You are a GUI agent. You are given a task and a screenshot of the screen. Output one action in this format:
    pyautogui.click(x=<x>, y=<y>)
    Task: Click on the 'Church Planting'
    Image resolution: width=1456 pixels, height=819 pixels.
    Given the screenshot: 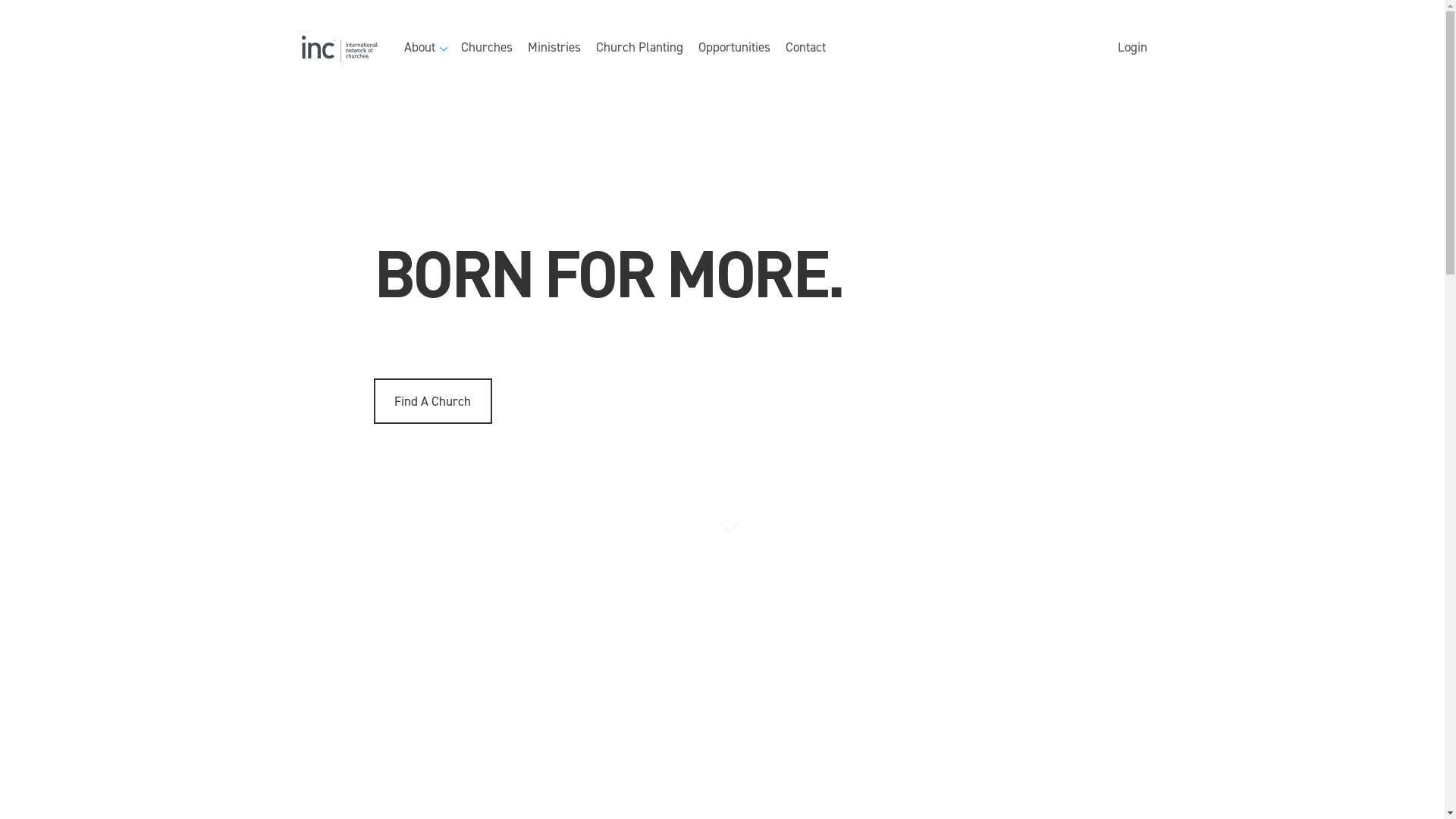 What is the action you would take?
    pyautogui.click(x=595, y=48)
    